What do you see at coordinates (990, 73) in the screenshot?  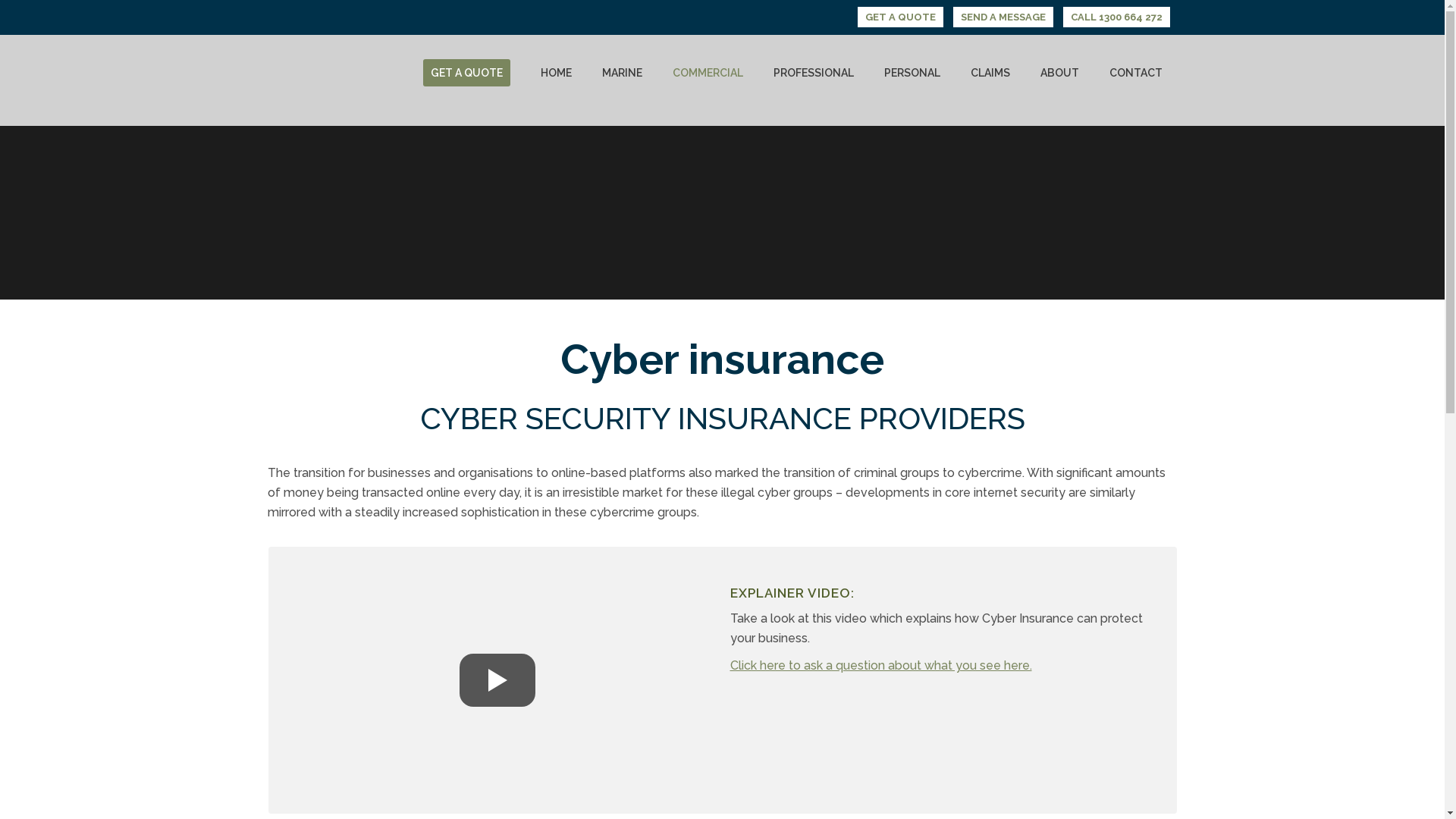 I see `'CLAIMS'` at bounding box center [990, 73].